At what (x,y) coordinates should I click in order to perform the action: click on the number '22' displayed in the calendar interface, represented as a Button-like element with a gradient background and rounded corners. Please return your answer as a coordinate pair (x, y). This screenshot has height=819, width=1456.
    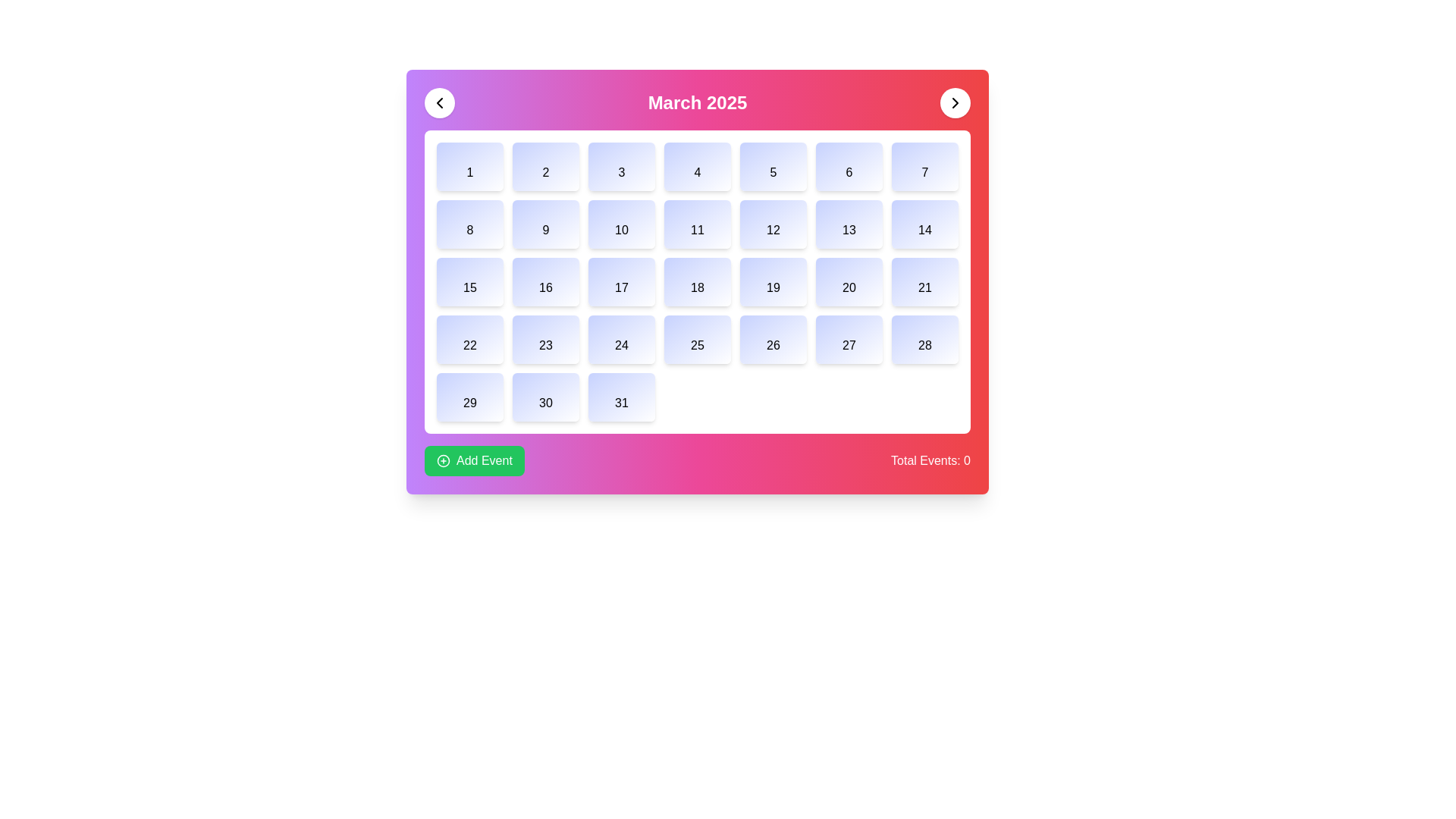
    Looking at the image, I should click on (469, 338).